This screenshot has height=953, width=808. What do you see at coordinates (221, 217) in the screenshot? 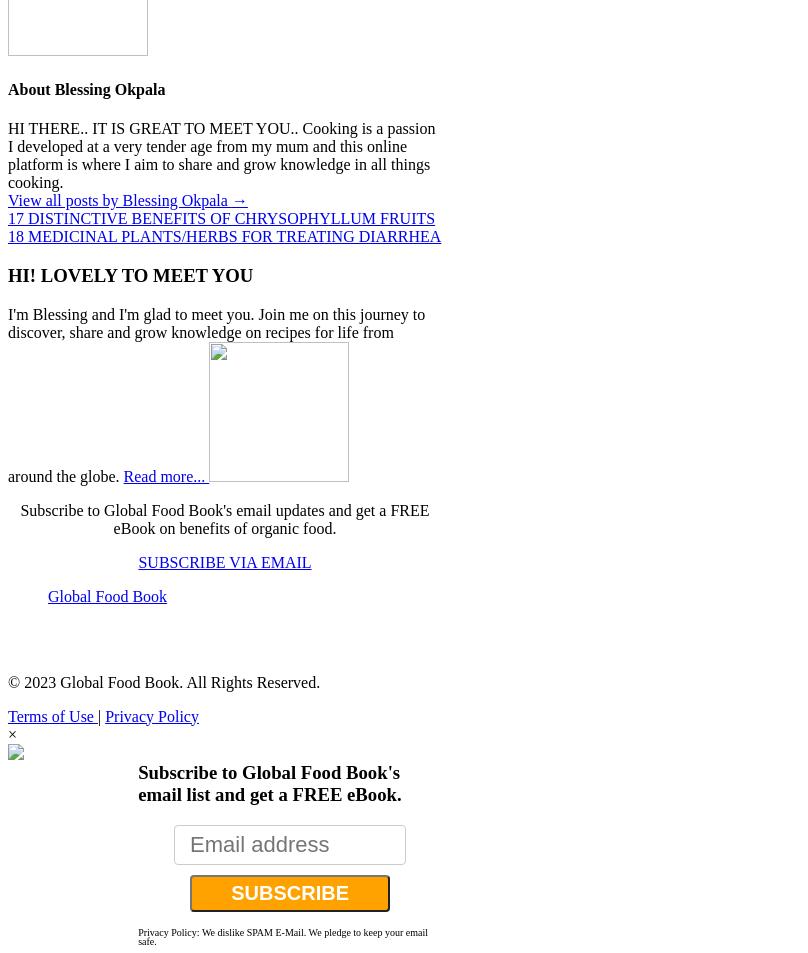
I see `'17 DISTINCTIVE BENEFITS OF CHRYSOPHYLLUM FRUITS'` at bounding box center [221, 217].